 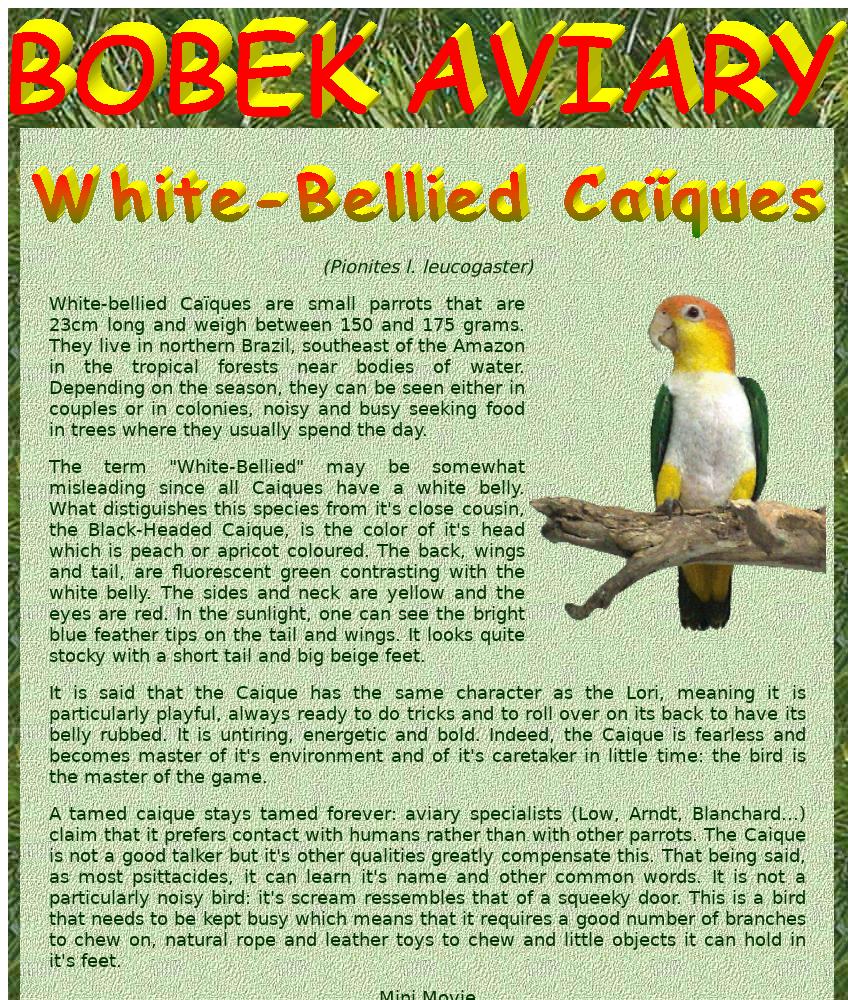 What do you see at coordinates (629, 733) in the screenshot?
I see `'que'` at bounding box center [629, 733].